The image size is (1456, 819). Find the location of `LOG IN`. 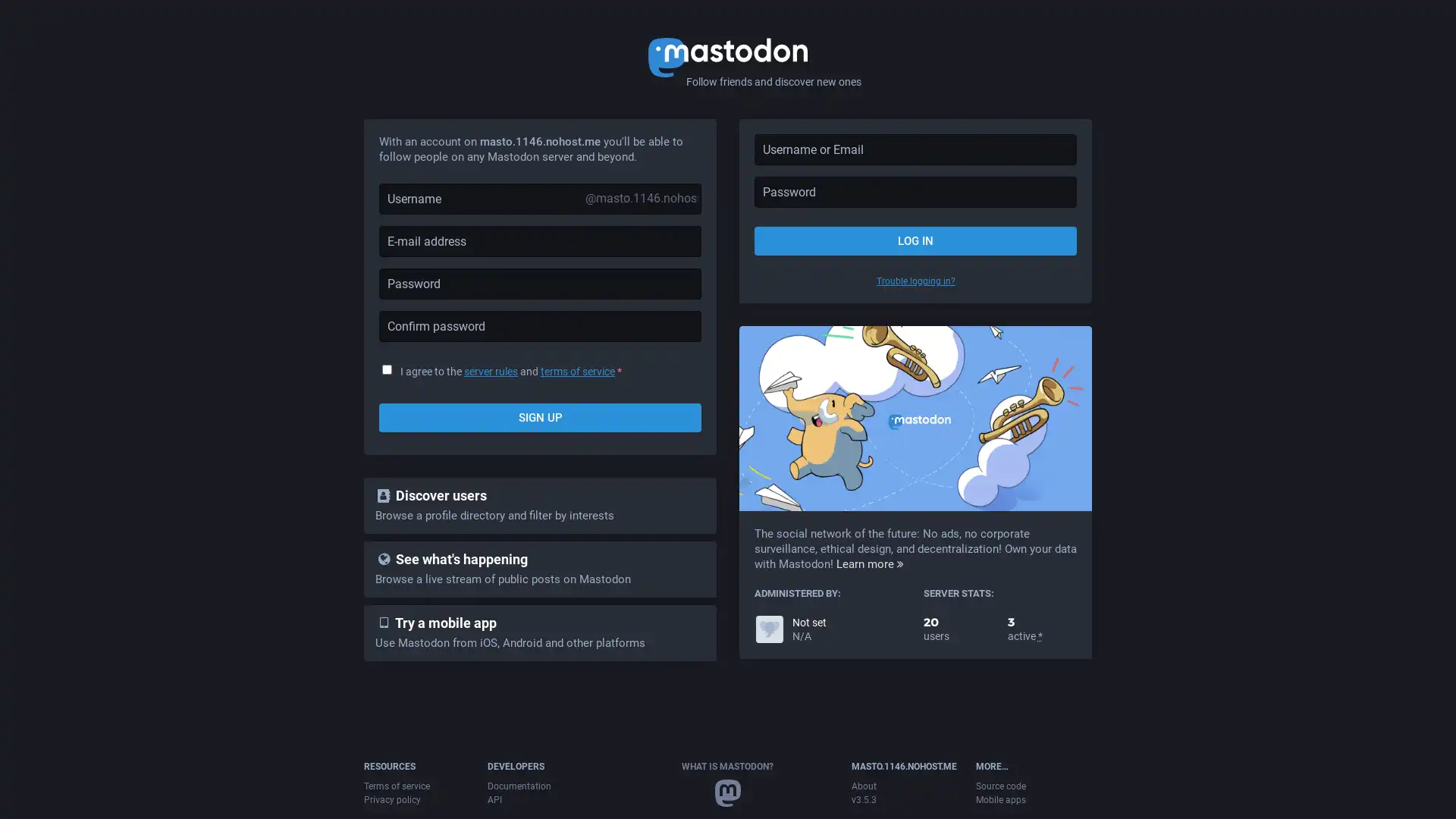

LOG IN is located at coordinates (915, 240).